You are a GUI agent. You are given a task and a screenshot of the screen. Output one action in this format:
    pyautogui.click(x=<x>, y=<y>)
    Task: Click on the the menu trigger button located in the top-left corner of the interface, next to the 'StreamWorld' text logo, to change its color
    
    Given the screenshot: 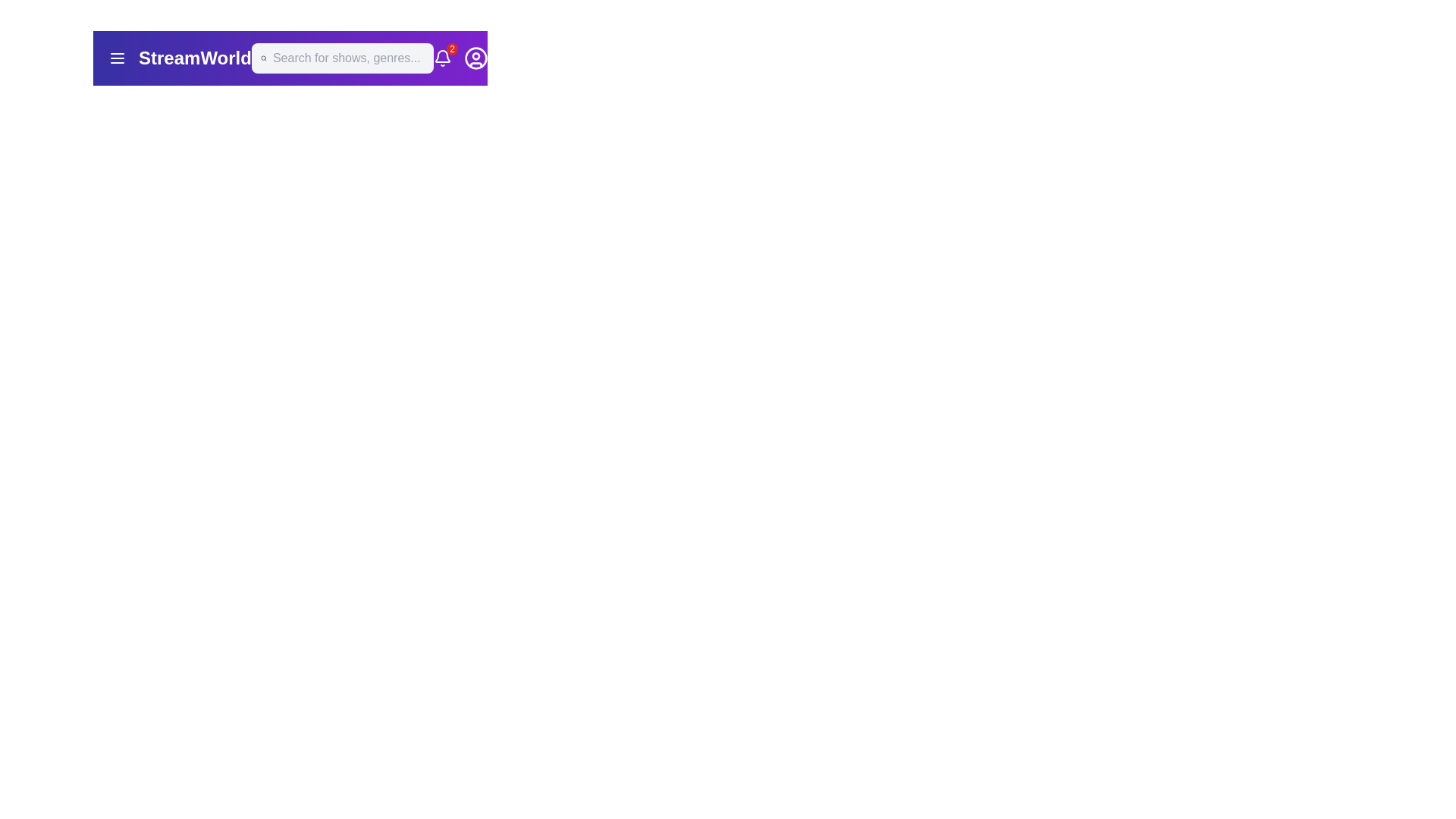 What is the action you would take?
    pyautogui.click(x=116, y=58)
    